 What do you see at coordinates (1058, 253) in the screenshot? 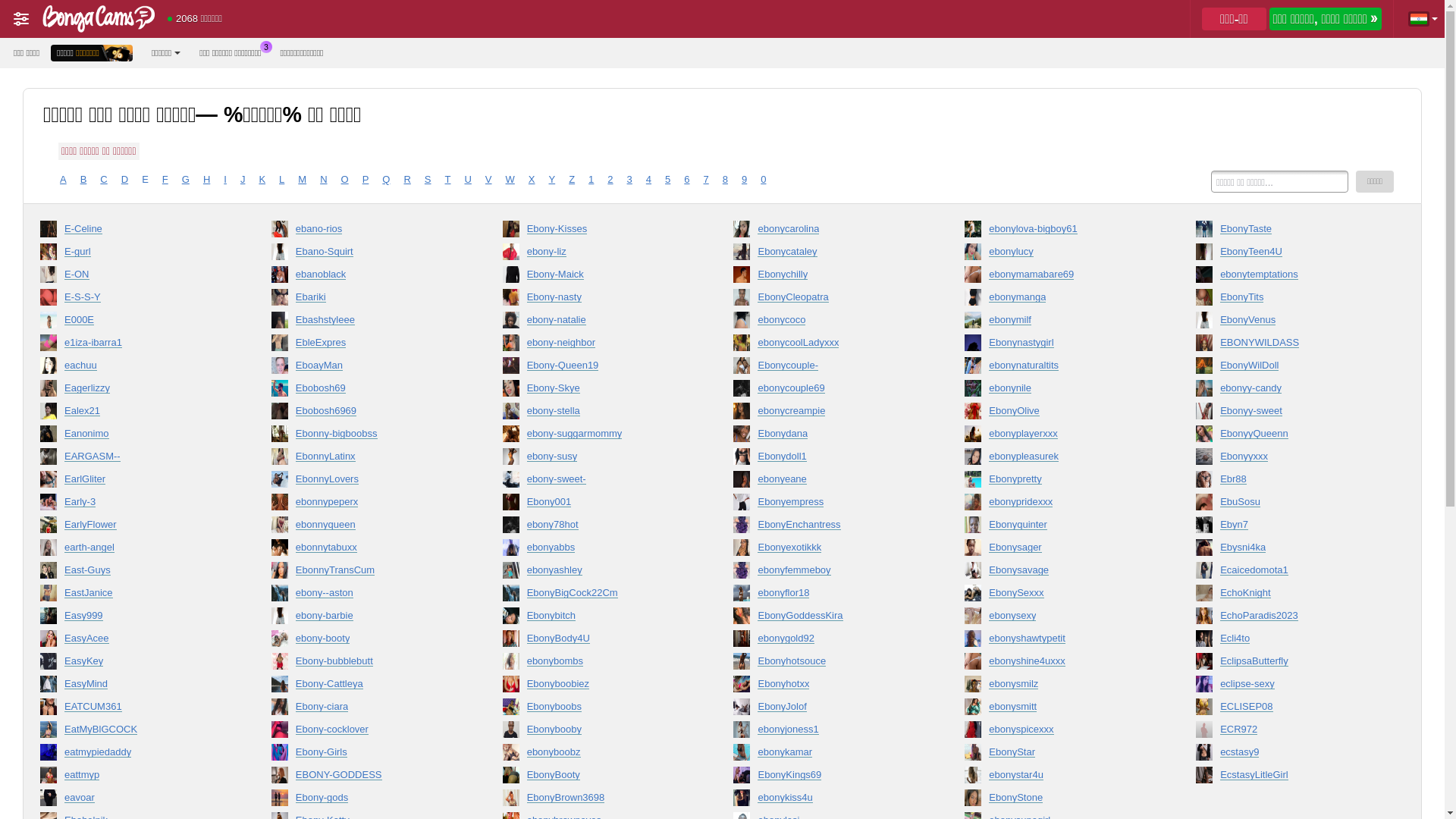
I see `'ebonylucy'` at bounding box center [1058, 253].